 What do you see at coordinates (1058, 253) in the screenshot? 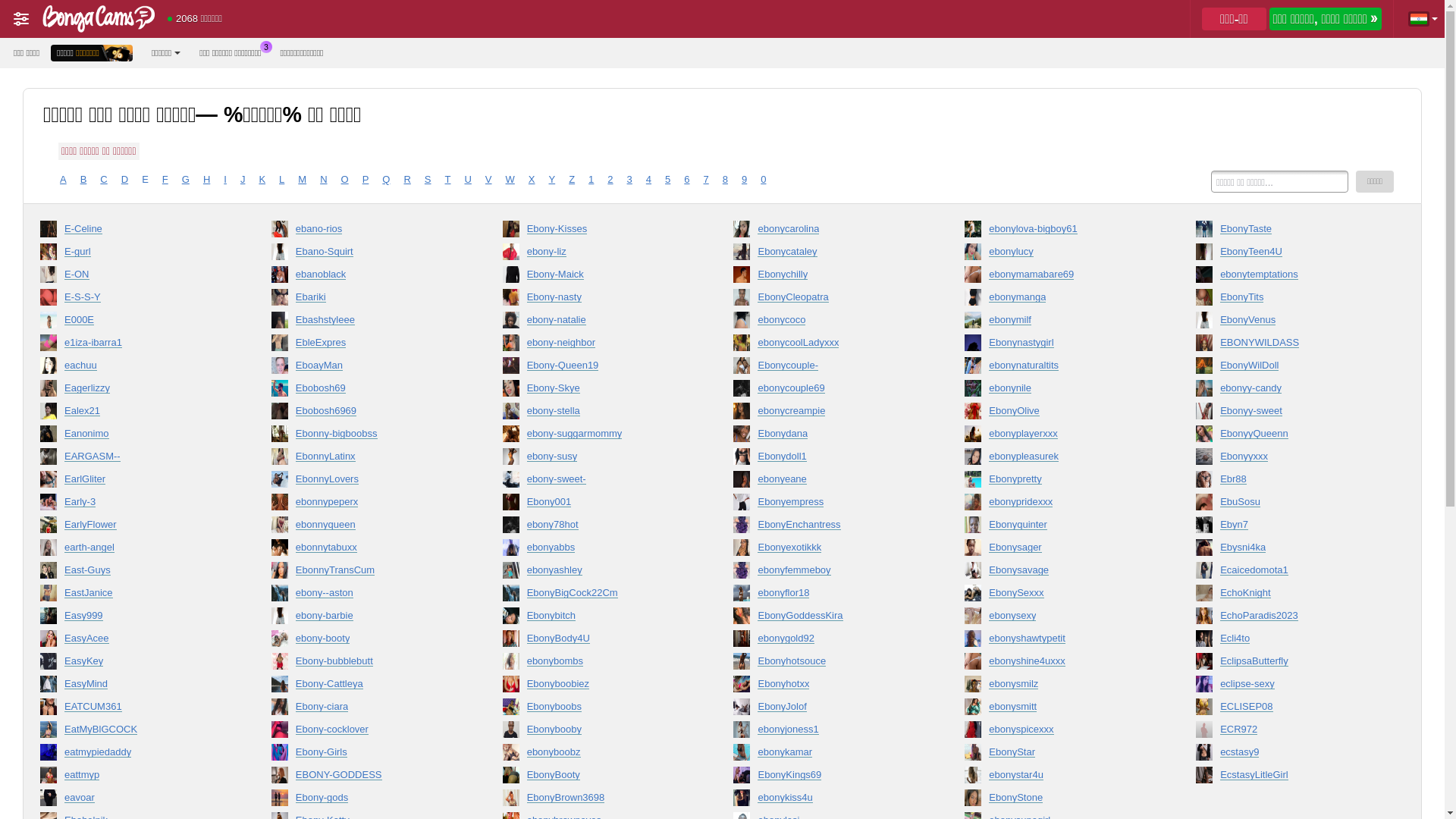
I see `'ebonylucy'` at bounding box center [1058, 253].